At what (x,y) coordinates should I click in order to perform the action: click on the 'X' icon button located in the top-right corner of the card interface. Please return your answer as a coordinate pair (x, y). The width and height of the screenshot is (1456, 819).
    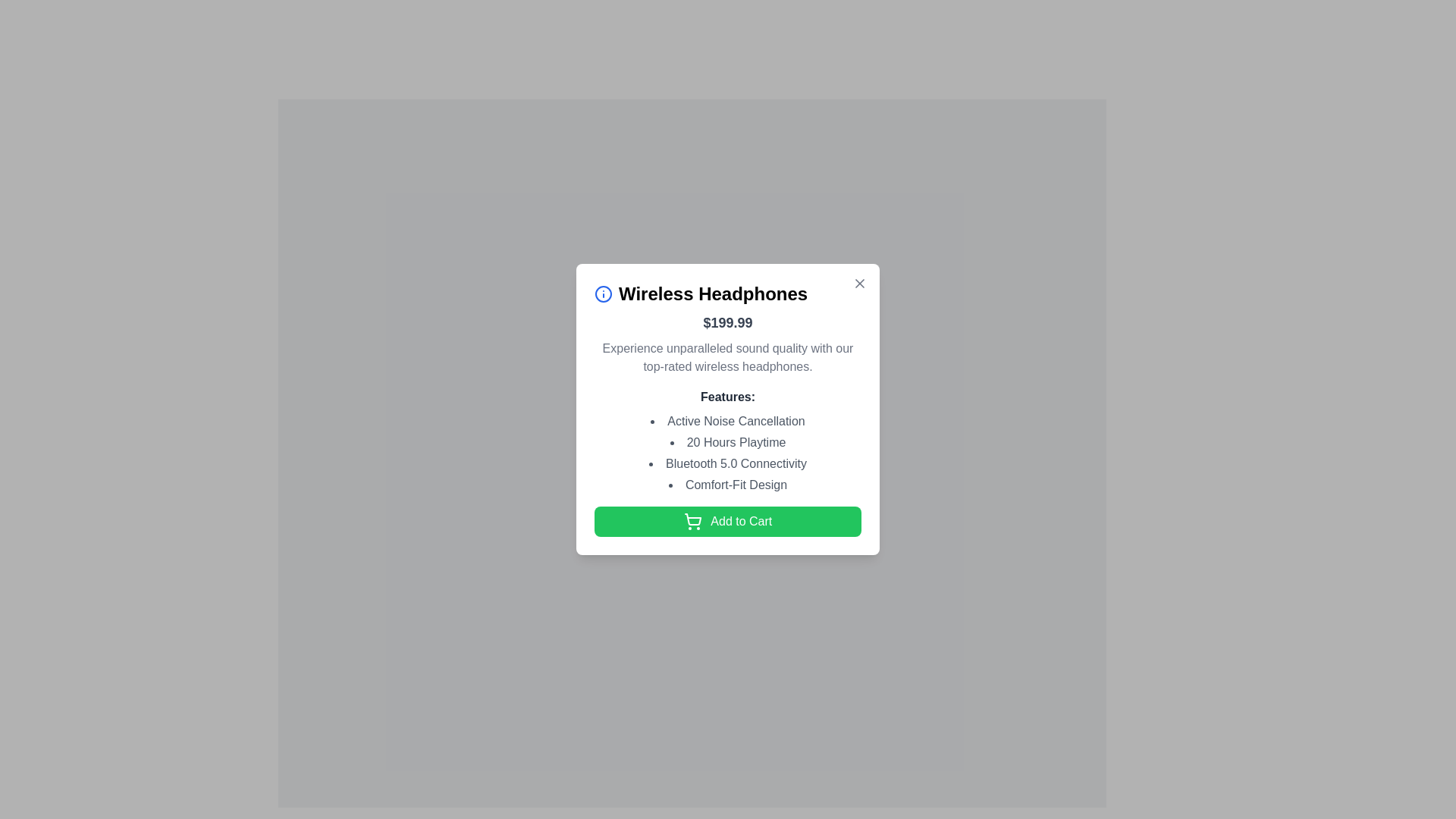
    Looking at the image, I should click on (859, 283).